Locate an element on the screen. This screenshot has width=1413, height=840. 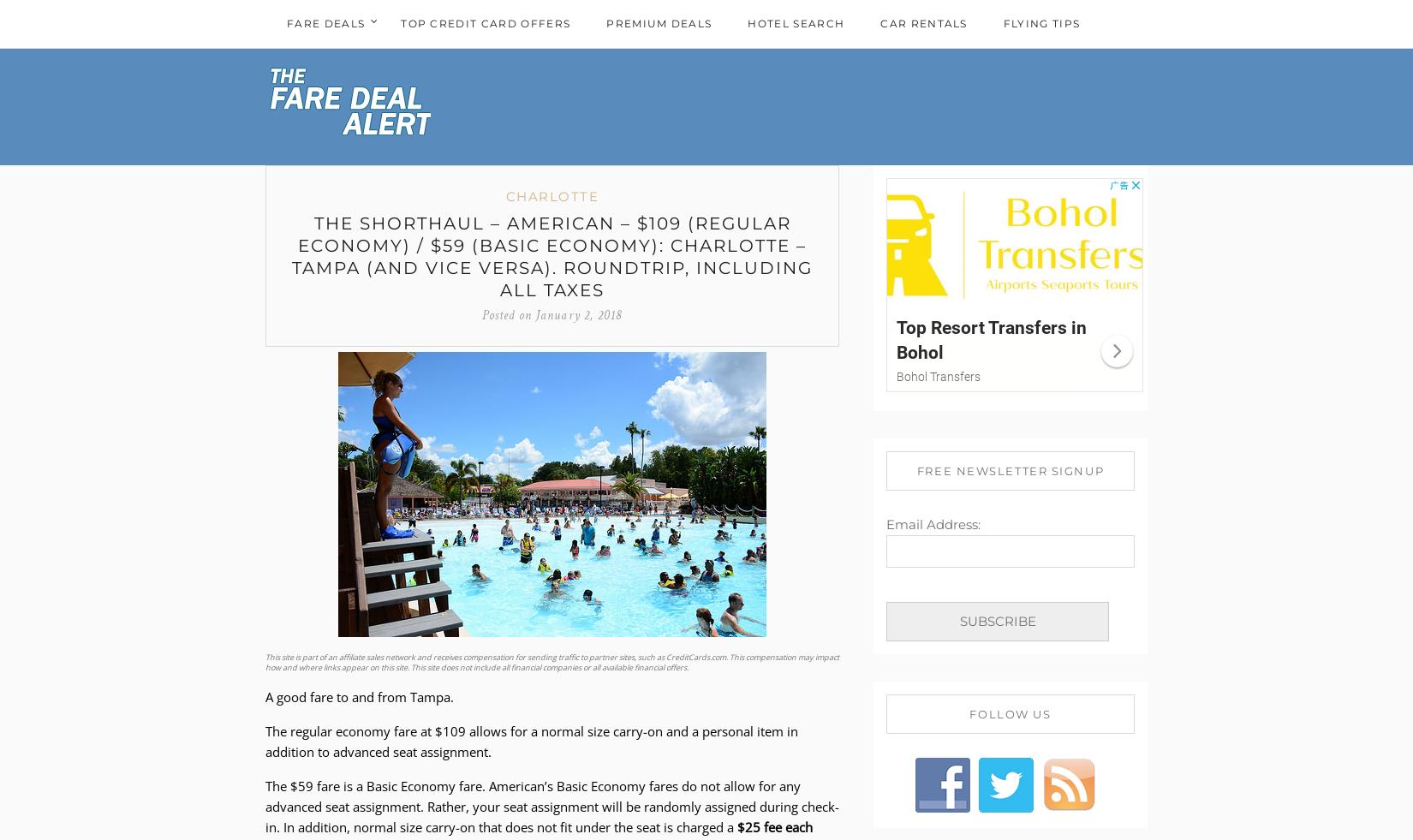
'Posted on' is located at coordinates (508, 313).